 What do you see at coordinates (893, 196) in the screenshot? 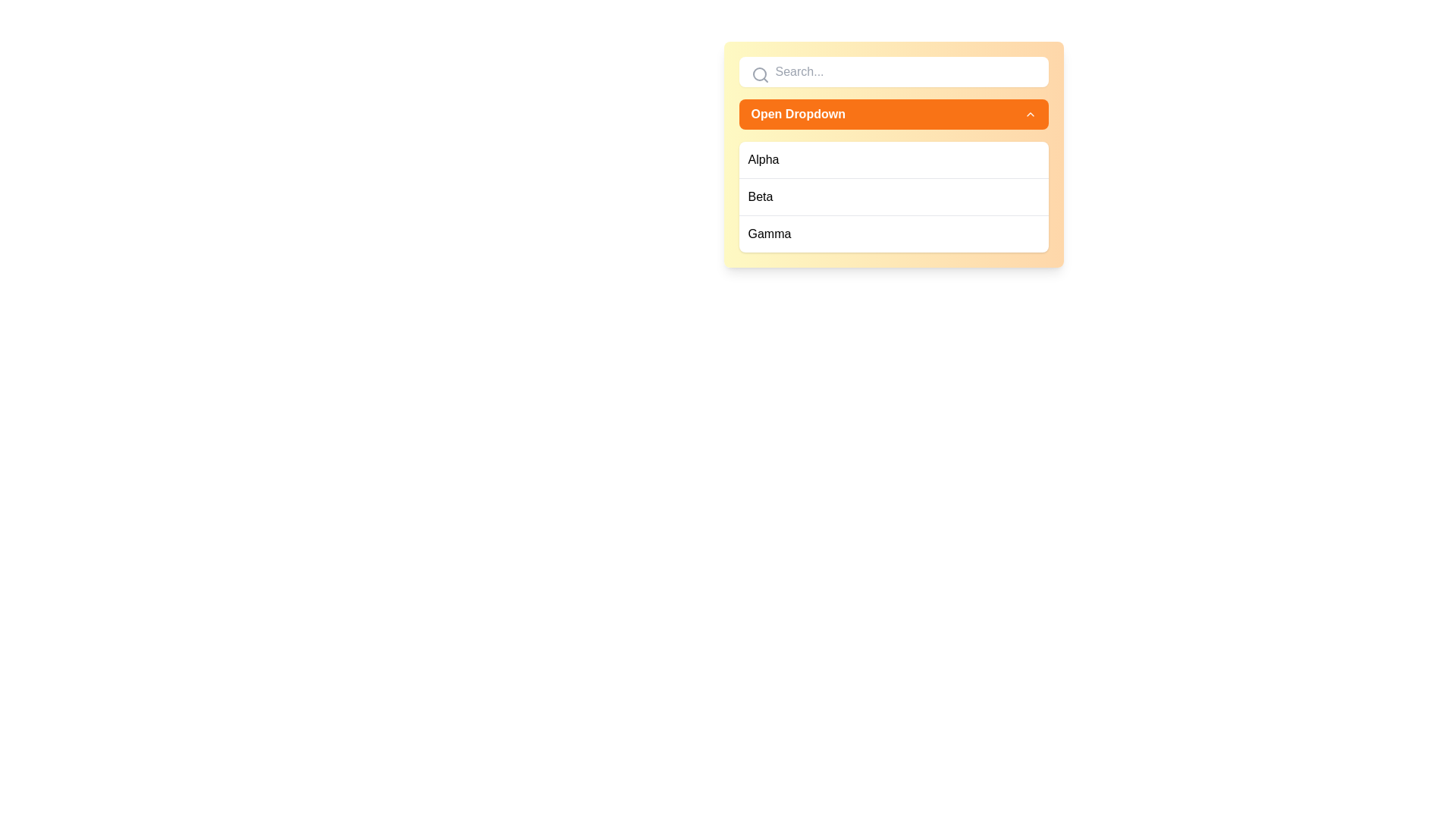
I see `the second item in the dropdown list labeled 'Beta', which is positioned between 'Alpha' and 'Gamma'` at bounding box center [893, 196].